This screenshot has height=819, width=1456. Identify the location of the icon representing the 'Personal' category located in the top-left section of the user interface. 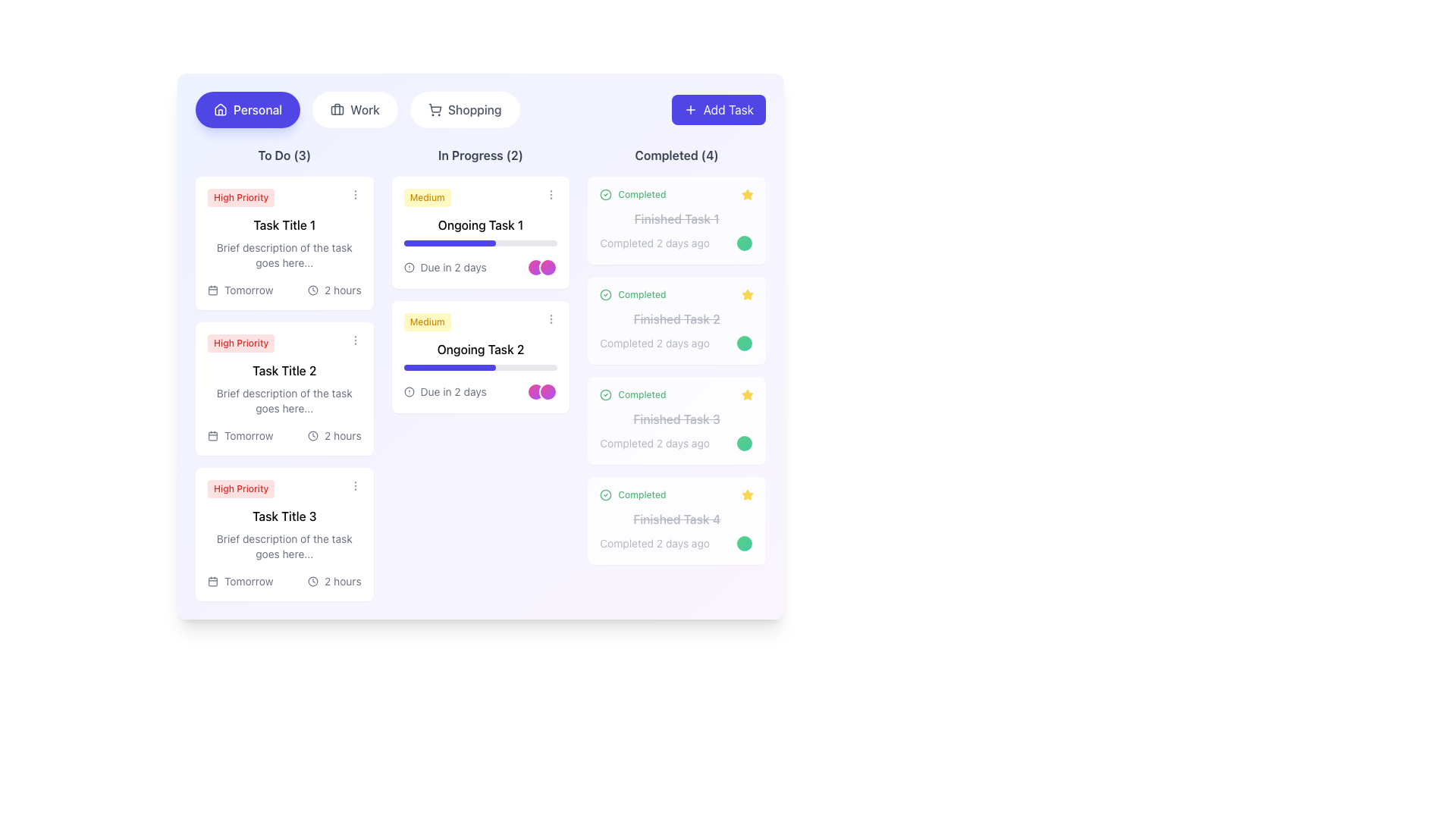
(220, 109).